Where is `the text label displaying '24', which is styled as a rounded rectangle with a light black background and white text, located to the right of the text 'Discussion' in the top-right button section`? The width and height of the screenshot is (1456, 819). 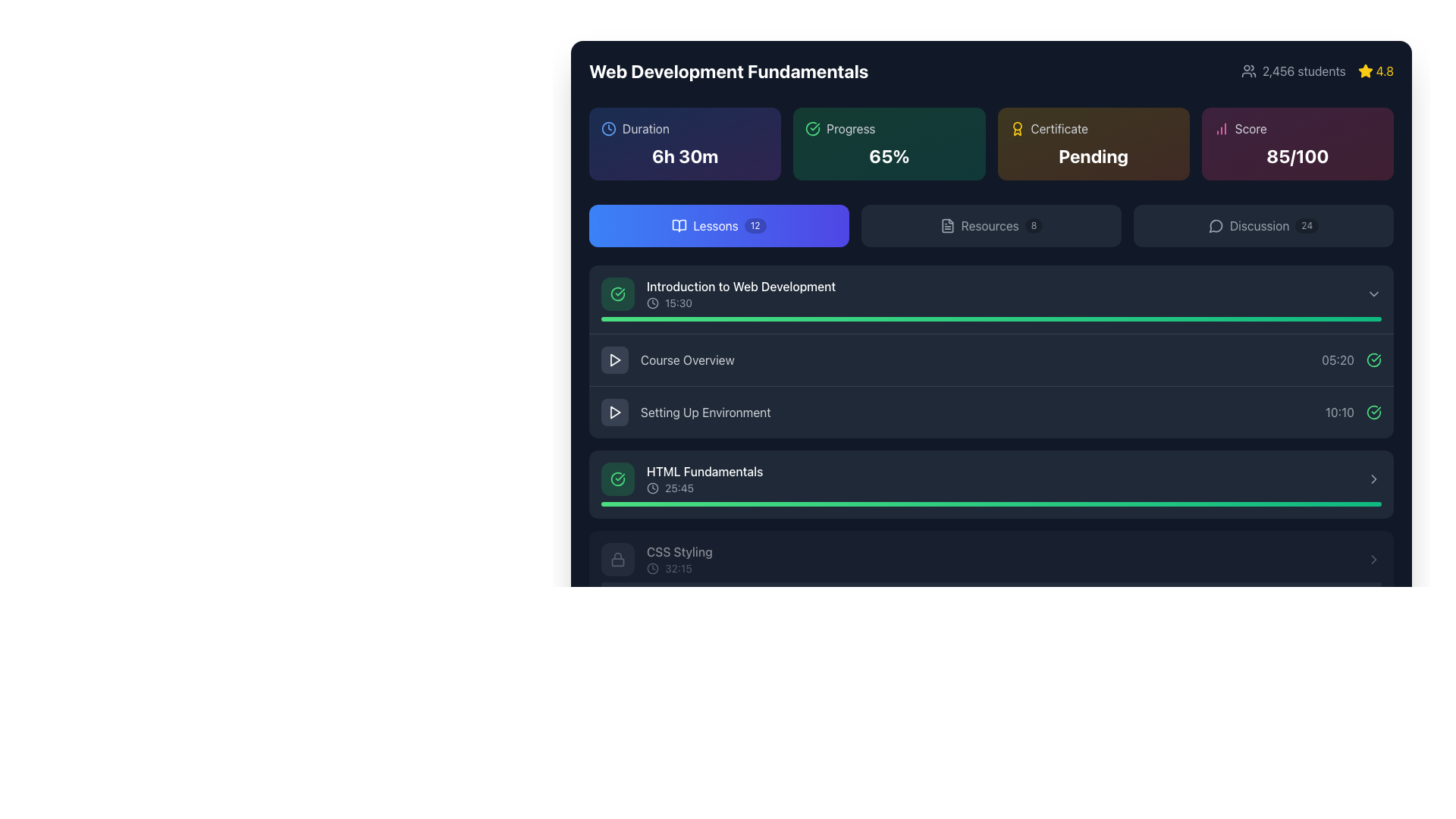
the text label displaying '24', which is styled as a rounded rectangle with a light black background and white text, located to the right of the text 'Discussion' in the top-right button section is located at coordinates (1306, 225).